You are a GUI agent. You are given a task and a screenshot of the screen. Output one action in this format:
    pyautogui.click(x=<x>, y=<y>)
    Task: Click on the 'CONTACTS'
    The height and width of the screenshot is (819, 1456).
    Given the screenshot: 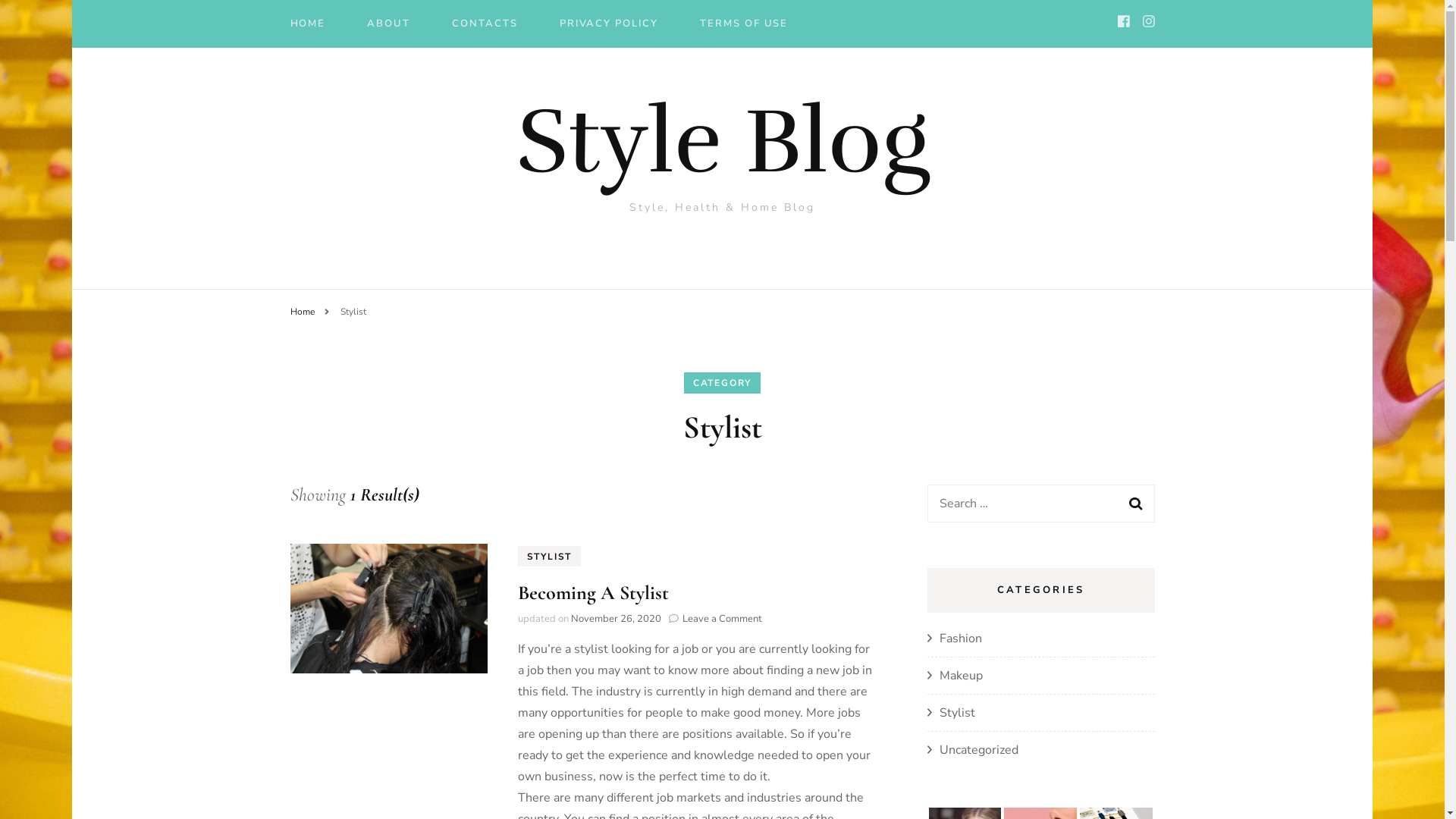 What is the action you would take?
    pyautogui.click(x=450, y=25)
    